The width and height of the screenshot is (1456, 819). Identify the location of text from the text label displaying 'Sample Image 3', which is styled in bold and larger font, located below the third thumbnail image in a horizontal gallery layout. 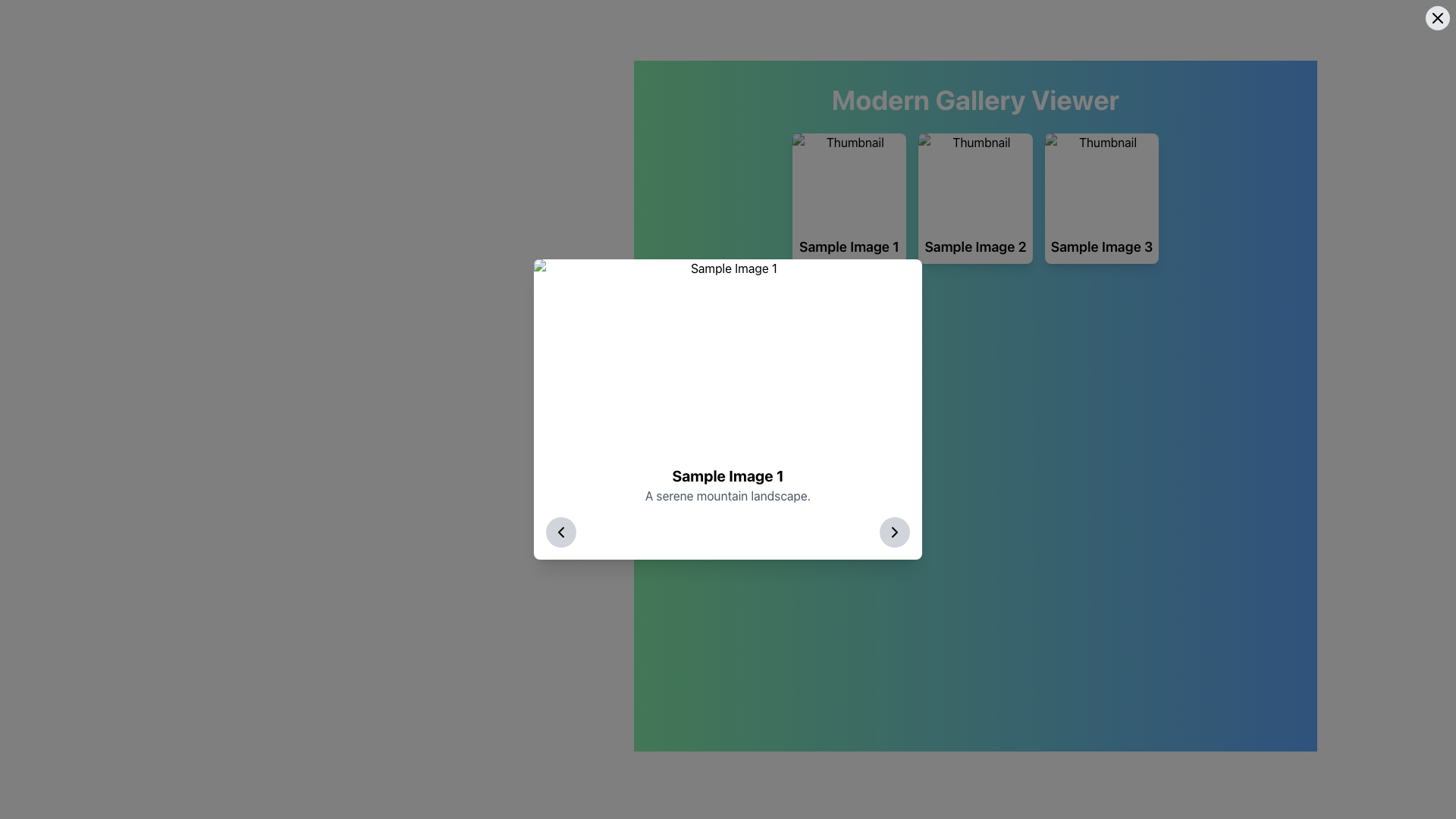
(1102, 246).